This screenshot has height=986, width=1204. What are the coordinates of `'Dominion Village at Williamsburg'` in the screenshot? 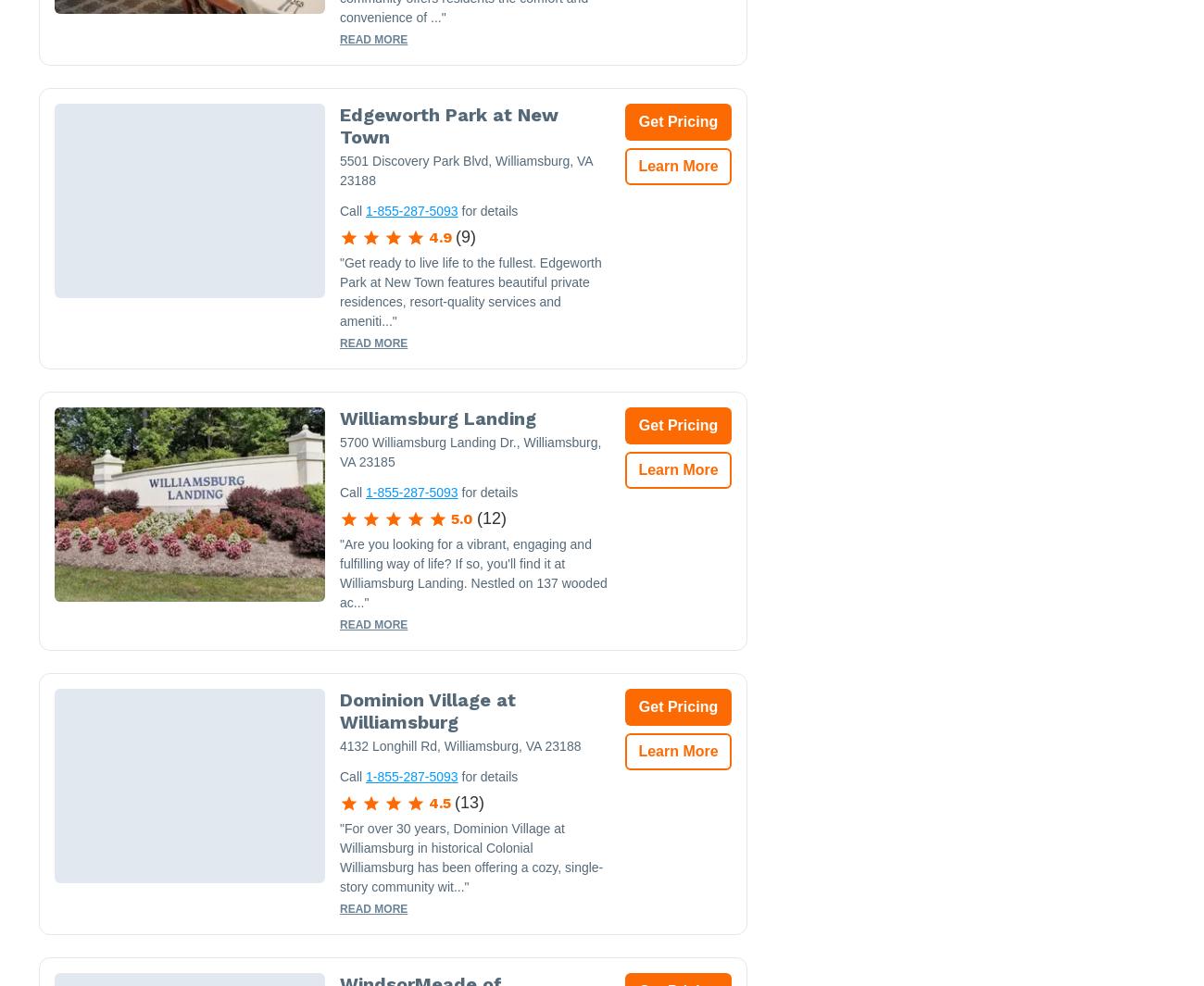 It's located at (427, 710).